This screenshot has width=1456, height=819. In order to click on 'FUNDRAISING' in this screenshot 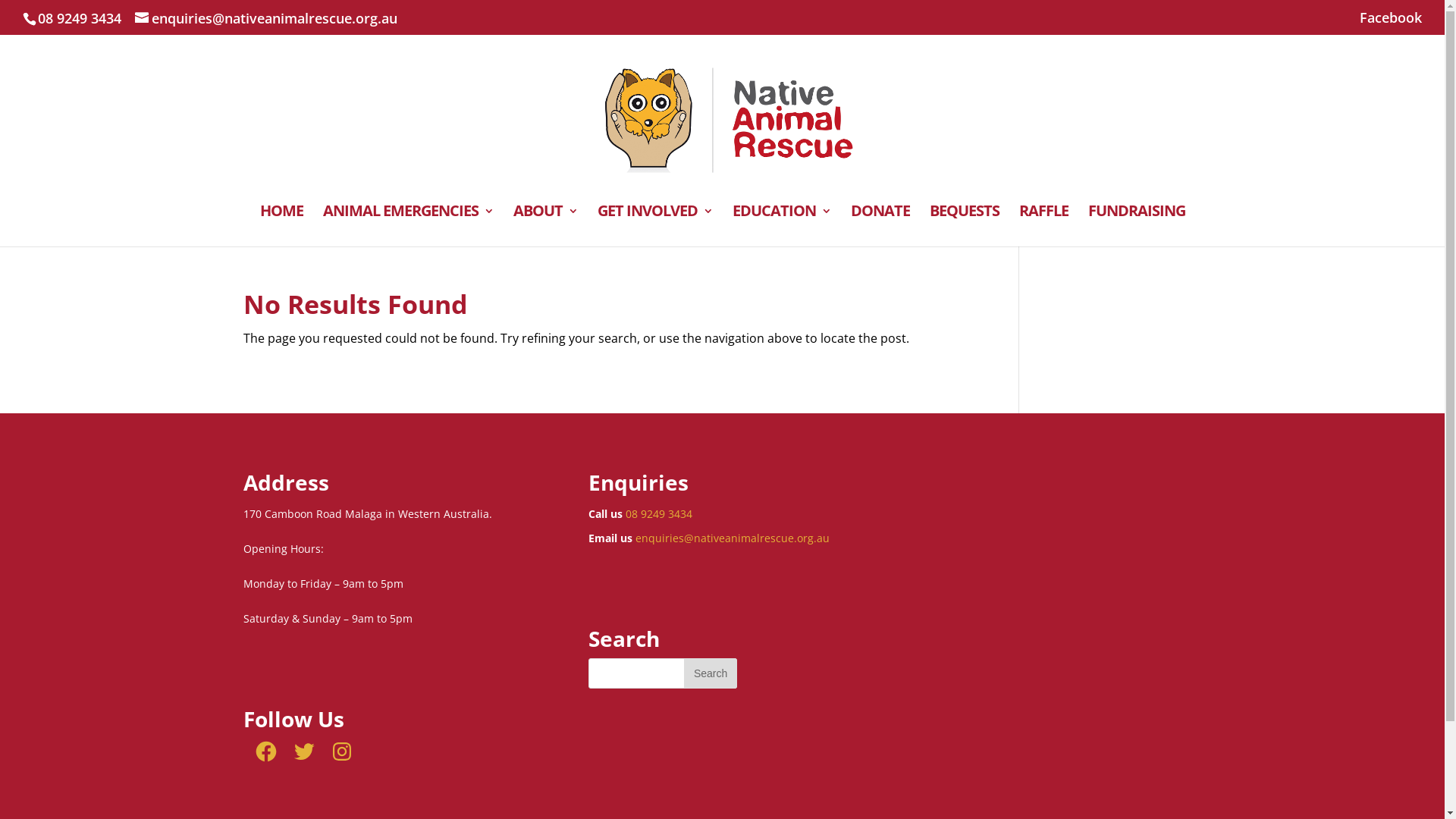, I will do `click(1135, 225)`.